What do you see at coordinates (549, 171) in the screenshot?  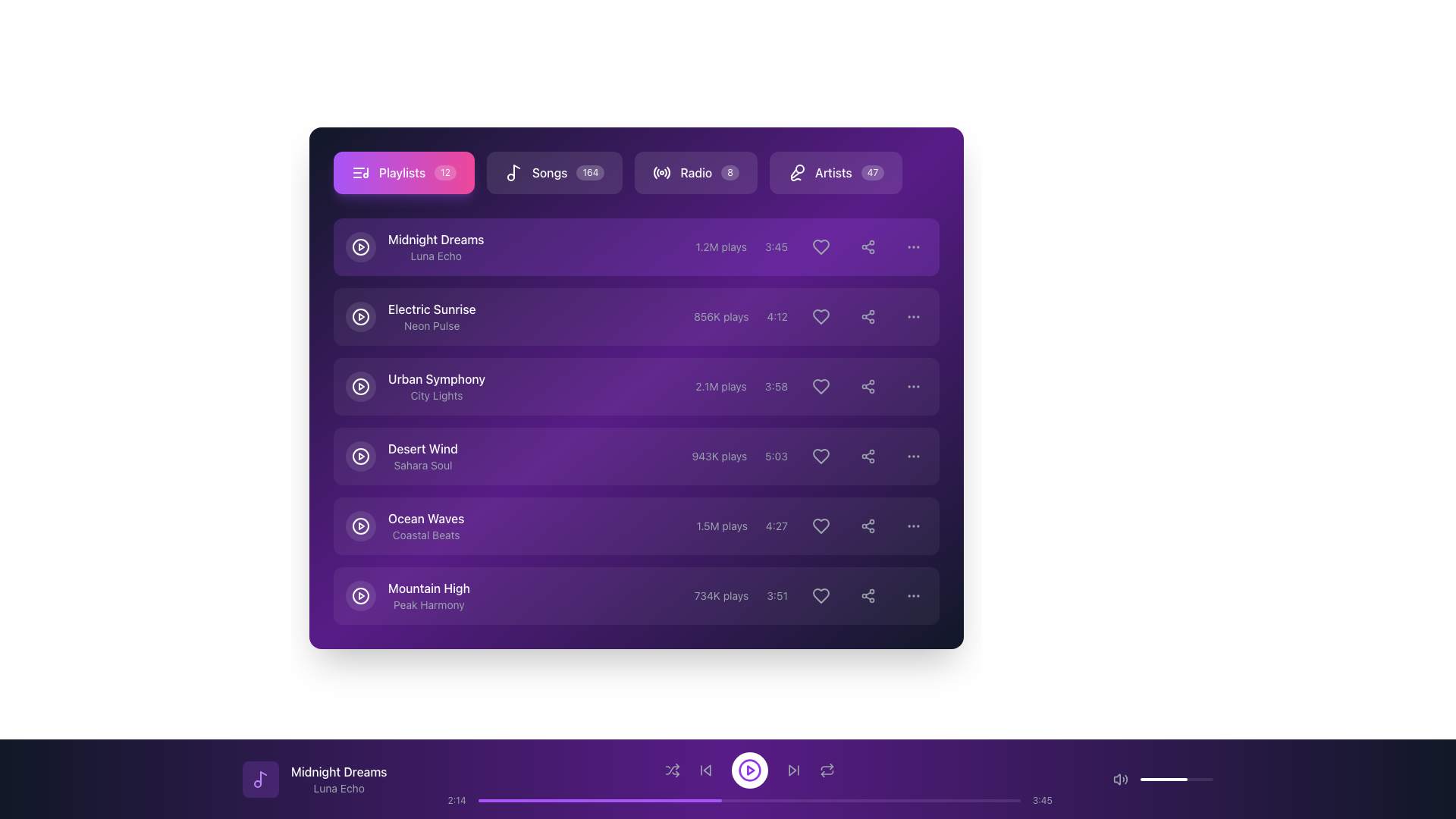 I see `the content of the Text label that represents a category or section in the navigation bar, positioned second from the left and centrally aligned` at bounding box center [549, 171].